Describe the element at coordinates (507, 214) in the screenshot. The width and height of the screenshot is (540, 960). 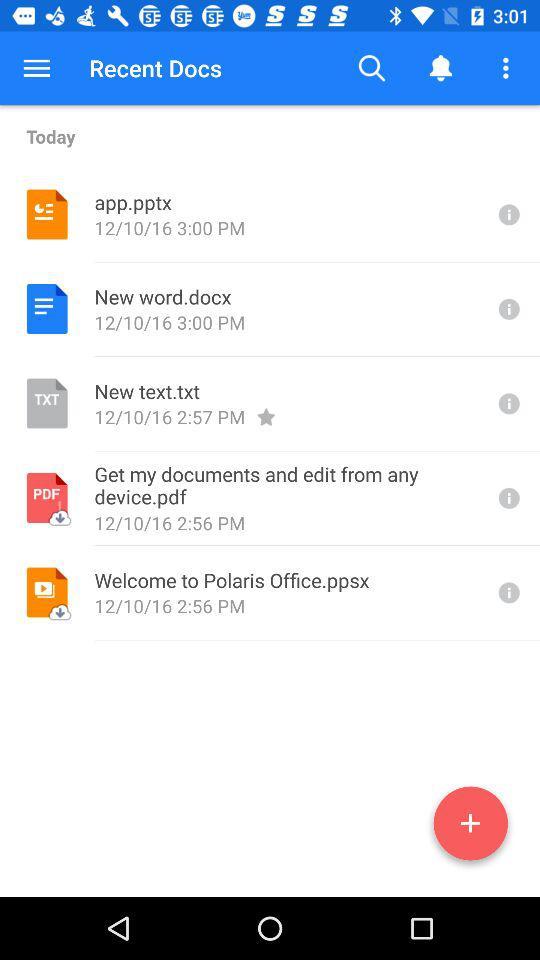
I see `information` at that location.